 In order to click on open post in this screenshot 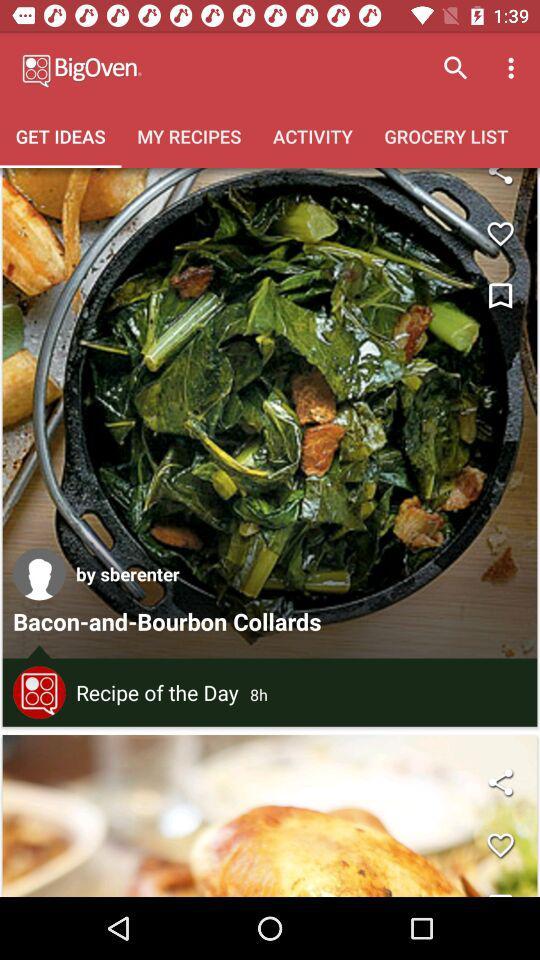, I will do `click(270, 412)`.